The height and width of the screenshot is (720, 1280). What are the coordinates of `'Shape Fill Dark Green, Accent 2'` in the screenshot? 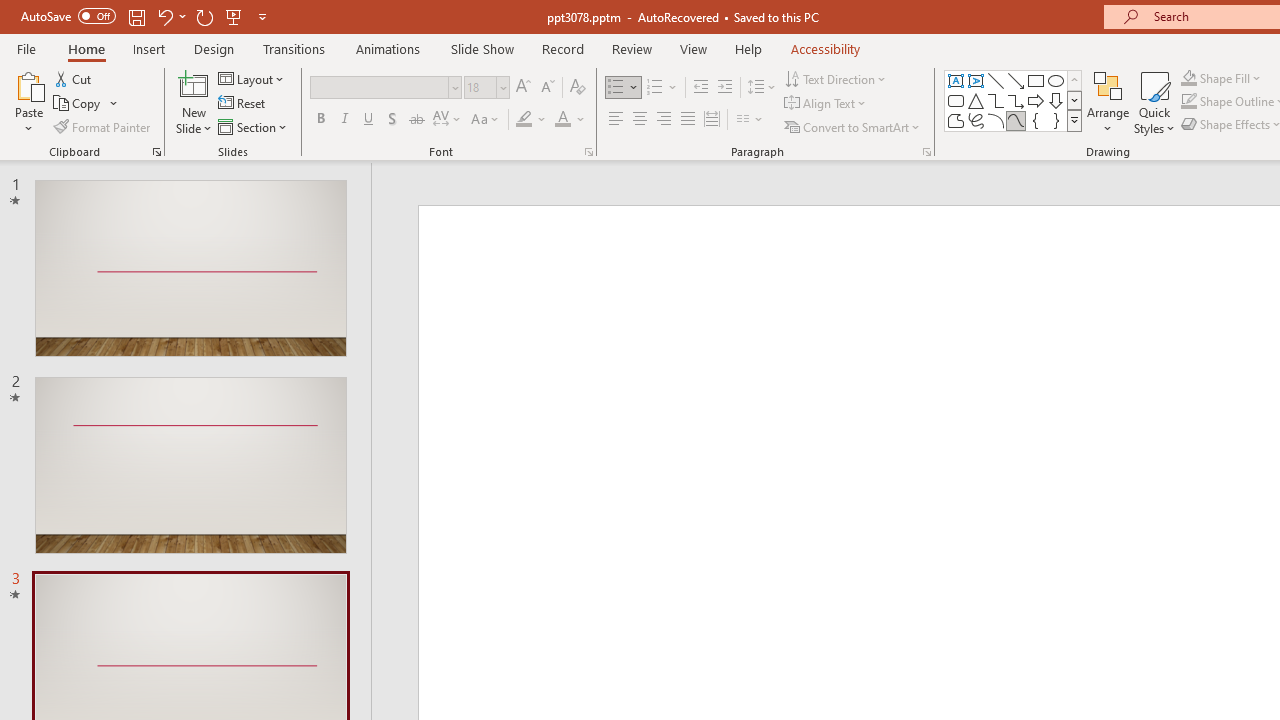 It's located at (1189, 77).